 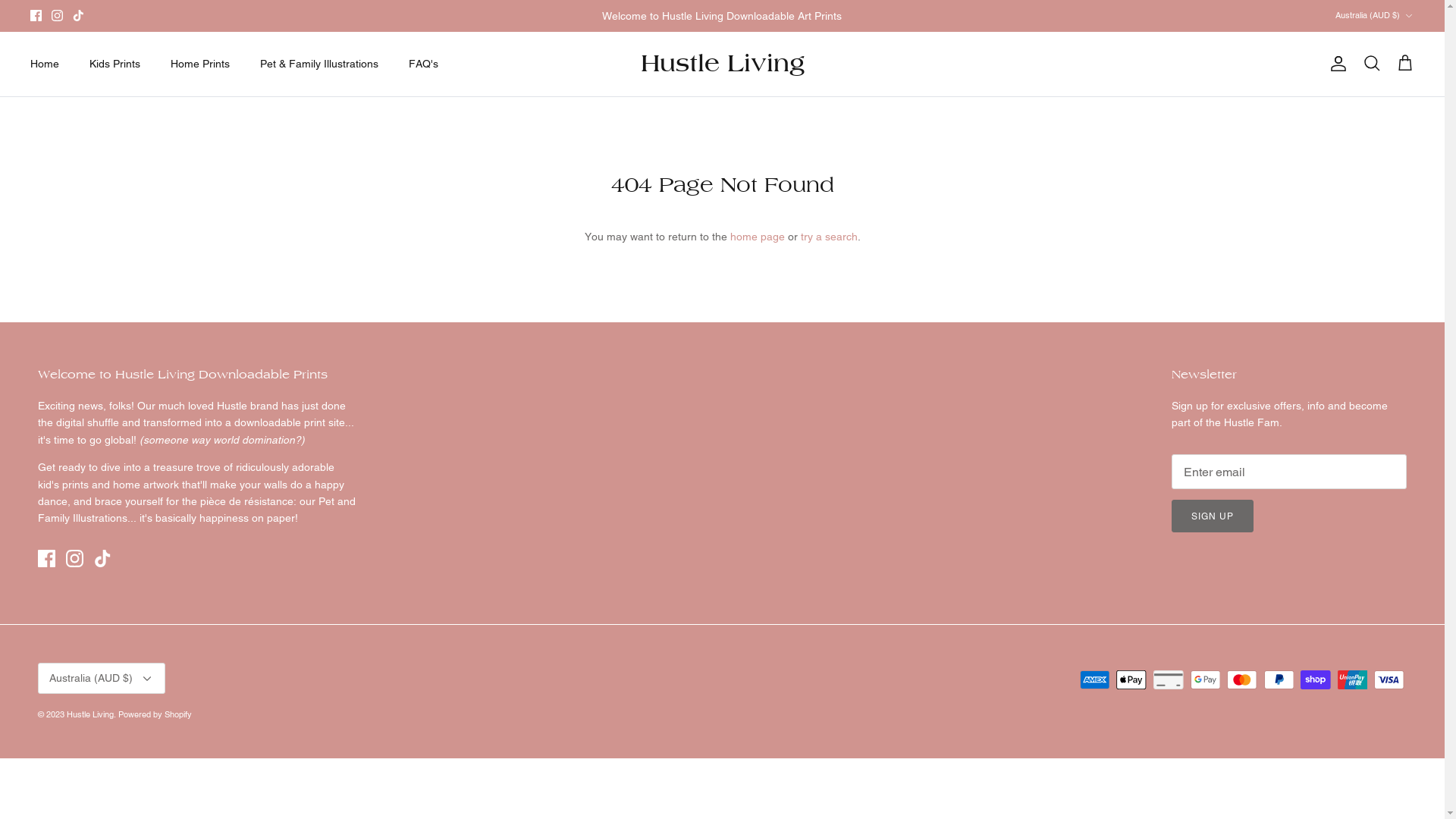 What do you see at coordinates (1335, 63) in the screenshot?
I see `'Account'` at bounding box center [1335, 63].